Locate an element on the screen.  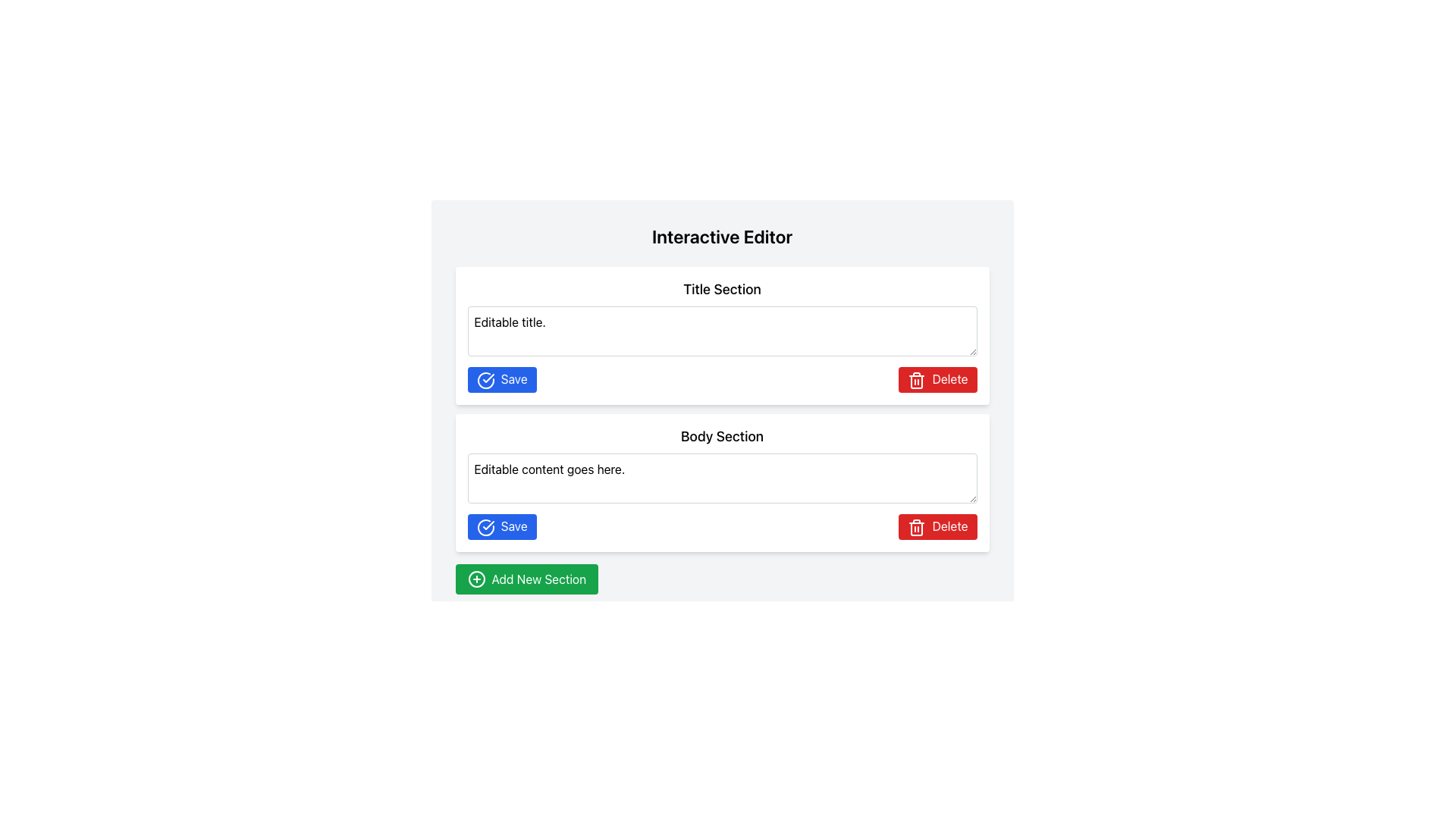
the circular icon within the 'Add New Section' button located at the bottom-center region of the interface is located at coordinates (475, 579).